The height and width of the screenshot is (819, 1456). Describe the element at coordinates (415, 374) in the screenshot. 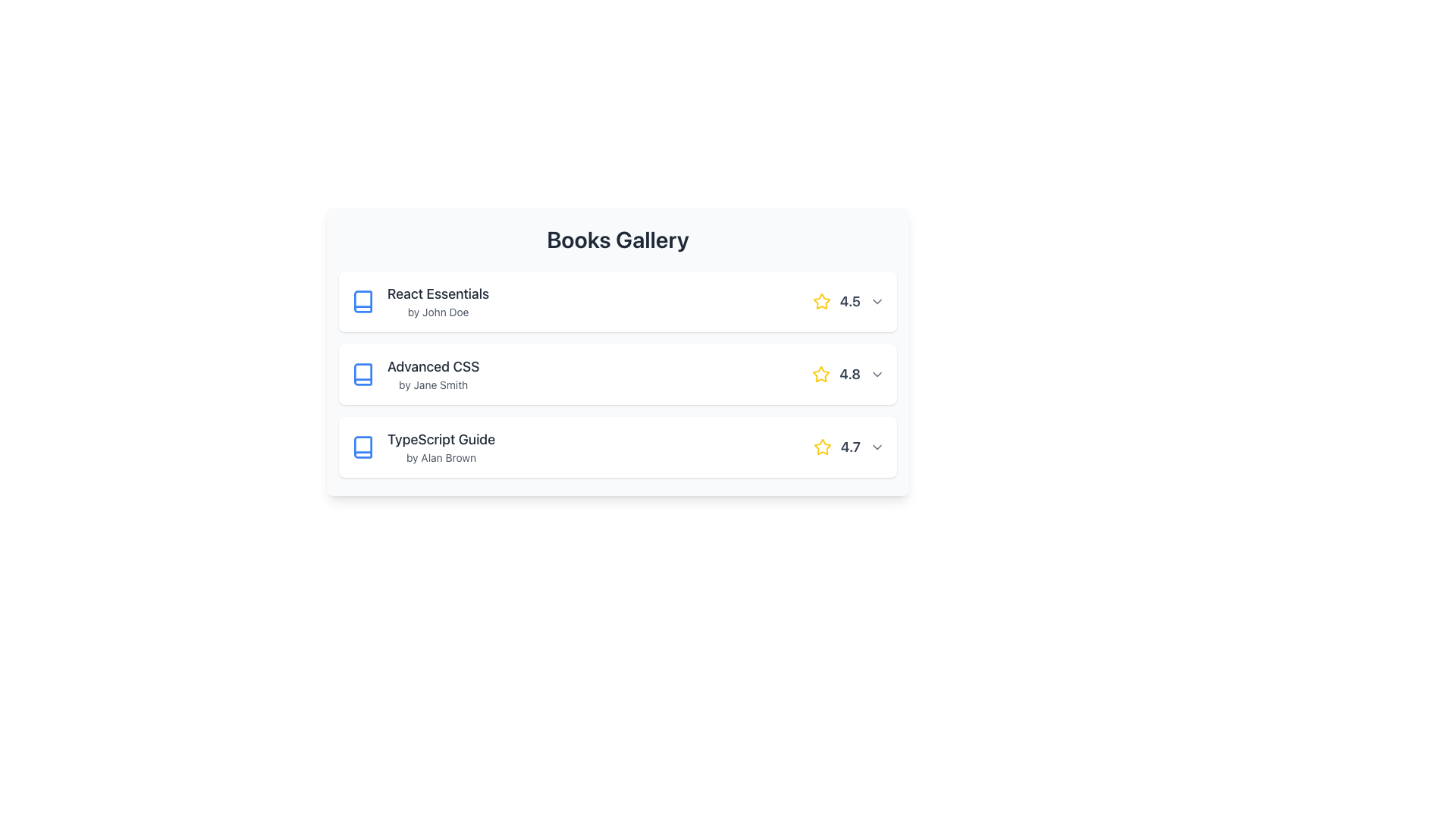

I see `the book entry labeled 'Advanced CSS' by 'Jane Smith'` at that location.